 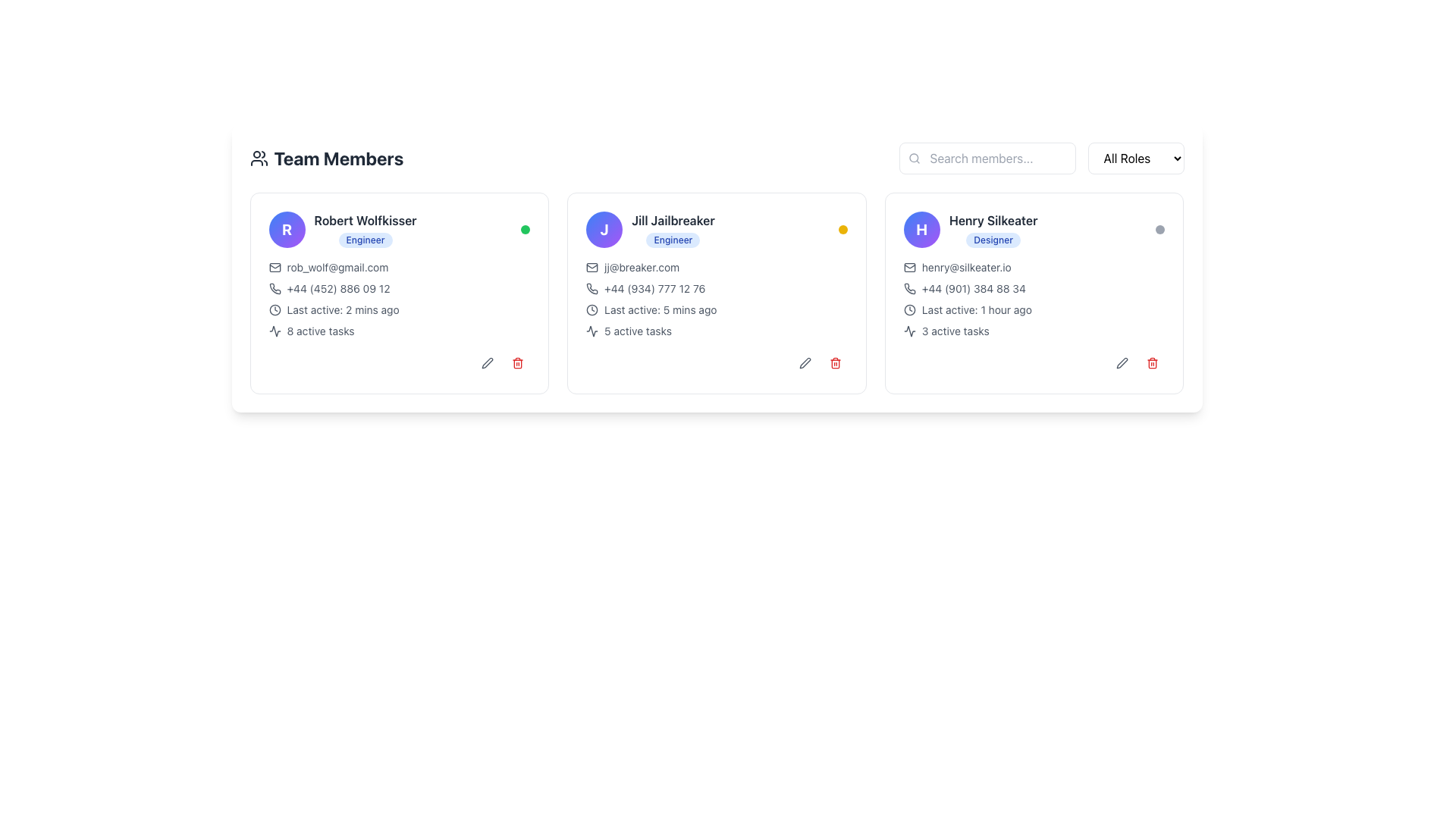 What do you see at coordinates (275, 309) in the screenshot?
I see `the circular clock icon with a hollow design, which is located directly to the left of the 'Last active: 2 mins ago' text` at bounding box center [275, 309].